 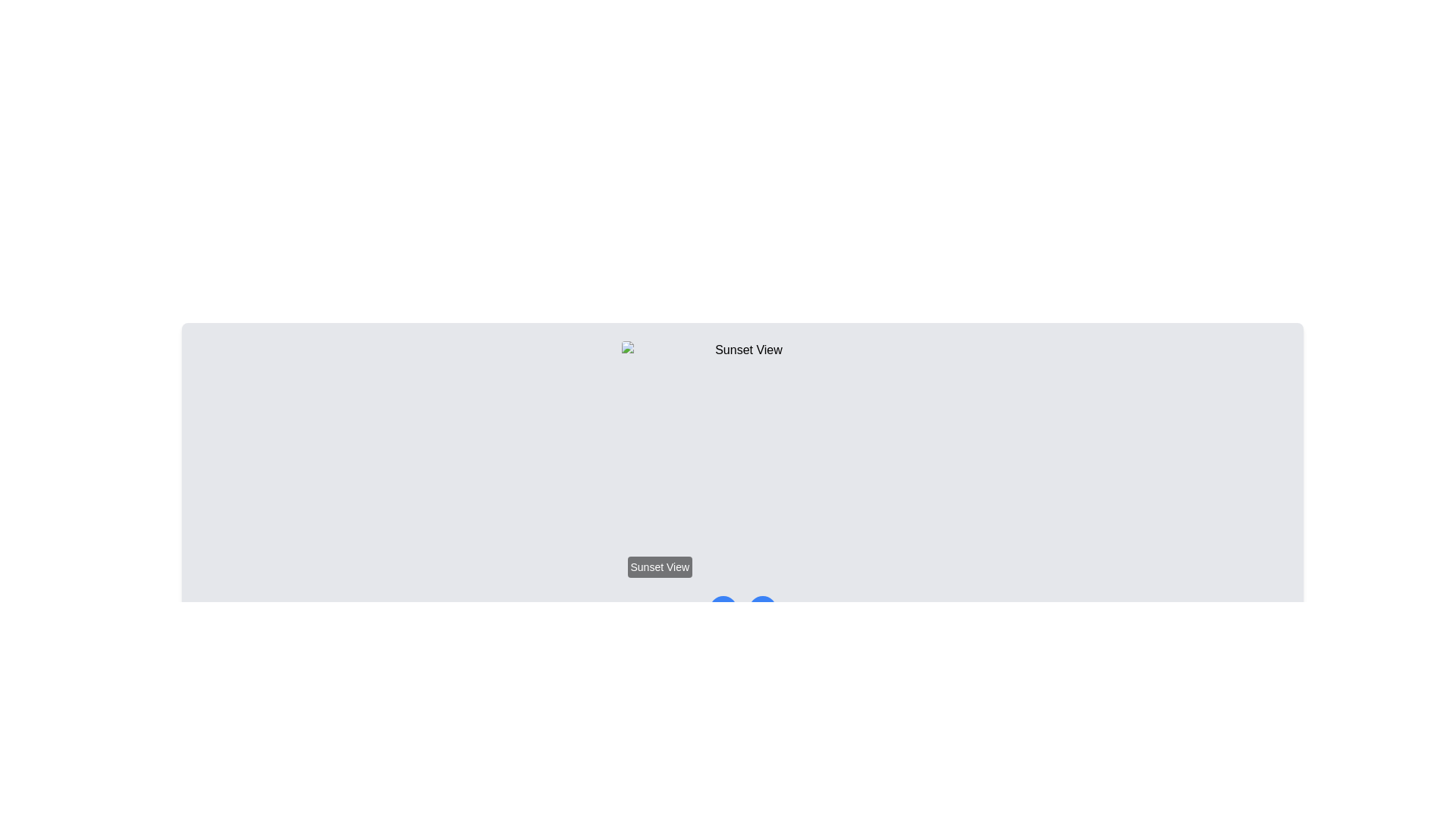 What do you see at coordinates (722, 608) in the screenshot?
I see `the circular blue button with a left-pointing white arrow at its center` at bounding box center [722, 608].